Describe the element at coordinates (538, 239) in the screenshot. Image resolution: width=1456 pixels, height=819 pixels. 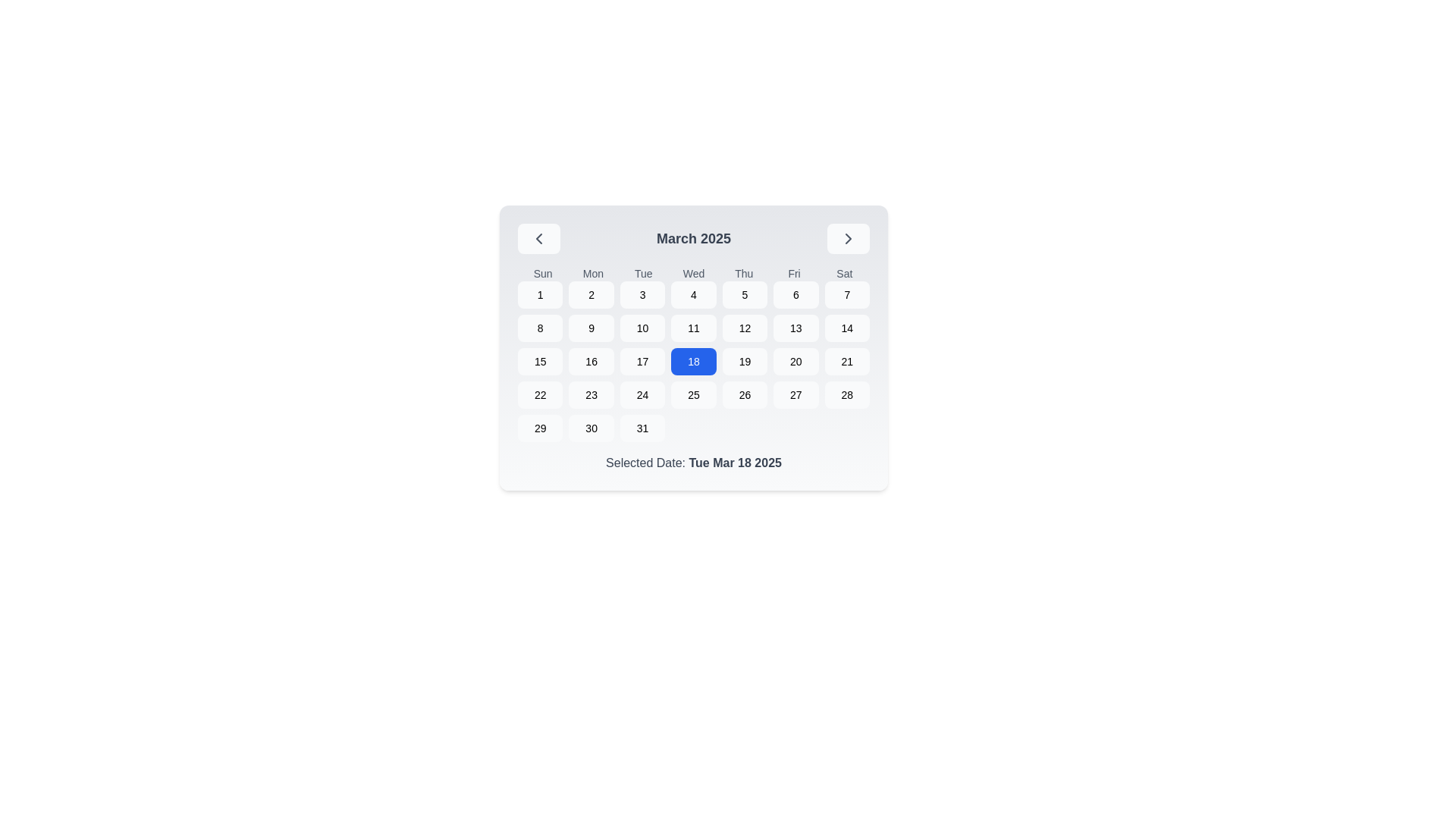
I see `the chevron left icon within the navigation button at the top-left corner of the calendar interface` at that location.